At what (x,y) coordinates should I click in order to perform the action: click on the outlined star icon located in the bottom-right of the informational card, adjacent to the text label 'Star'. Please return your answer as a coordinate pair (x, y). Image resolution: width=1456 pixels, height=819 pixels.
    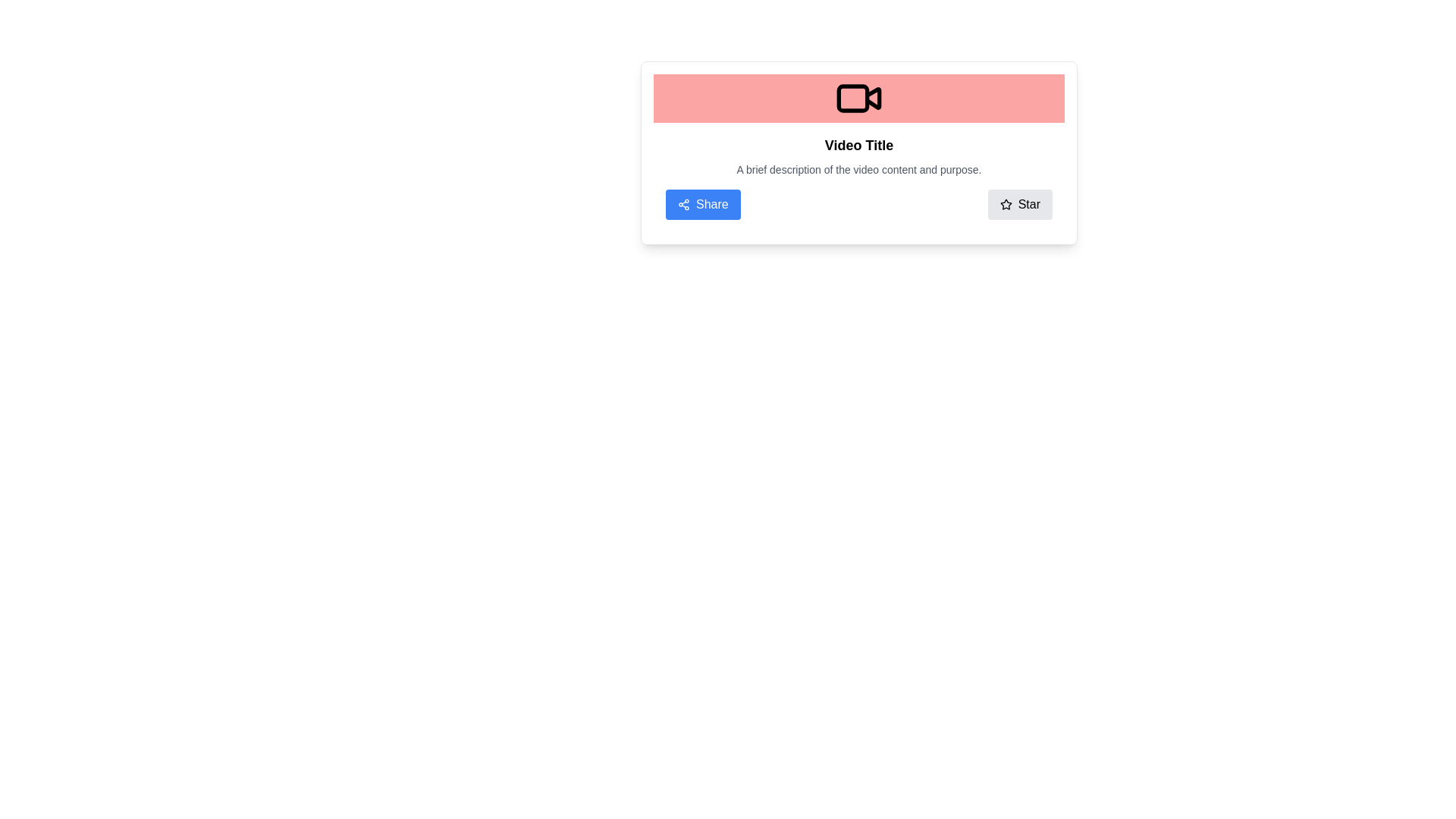
    Looking at the image, I should click on (1006, 205).